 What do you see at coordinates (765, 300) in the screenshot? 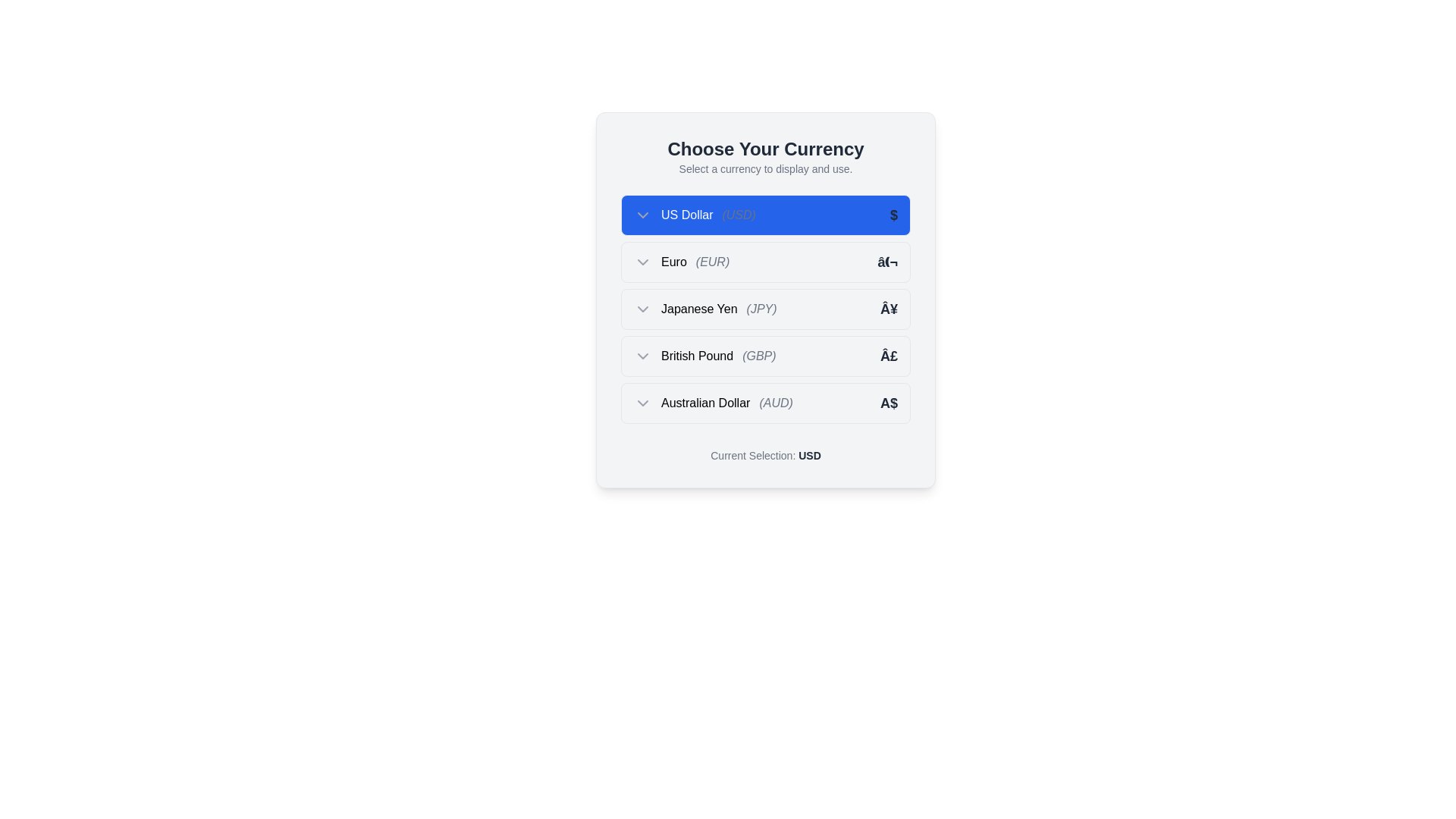
I see `the selectable currency option for 'Japanese Yen (JPY) ¥' in the dropdown list` at bounding box center [765, 300].